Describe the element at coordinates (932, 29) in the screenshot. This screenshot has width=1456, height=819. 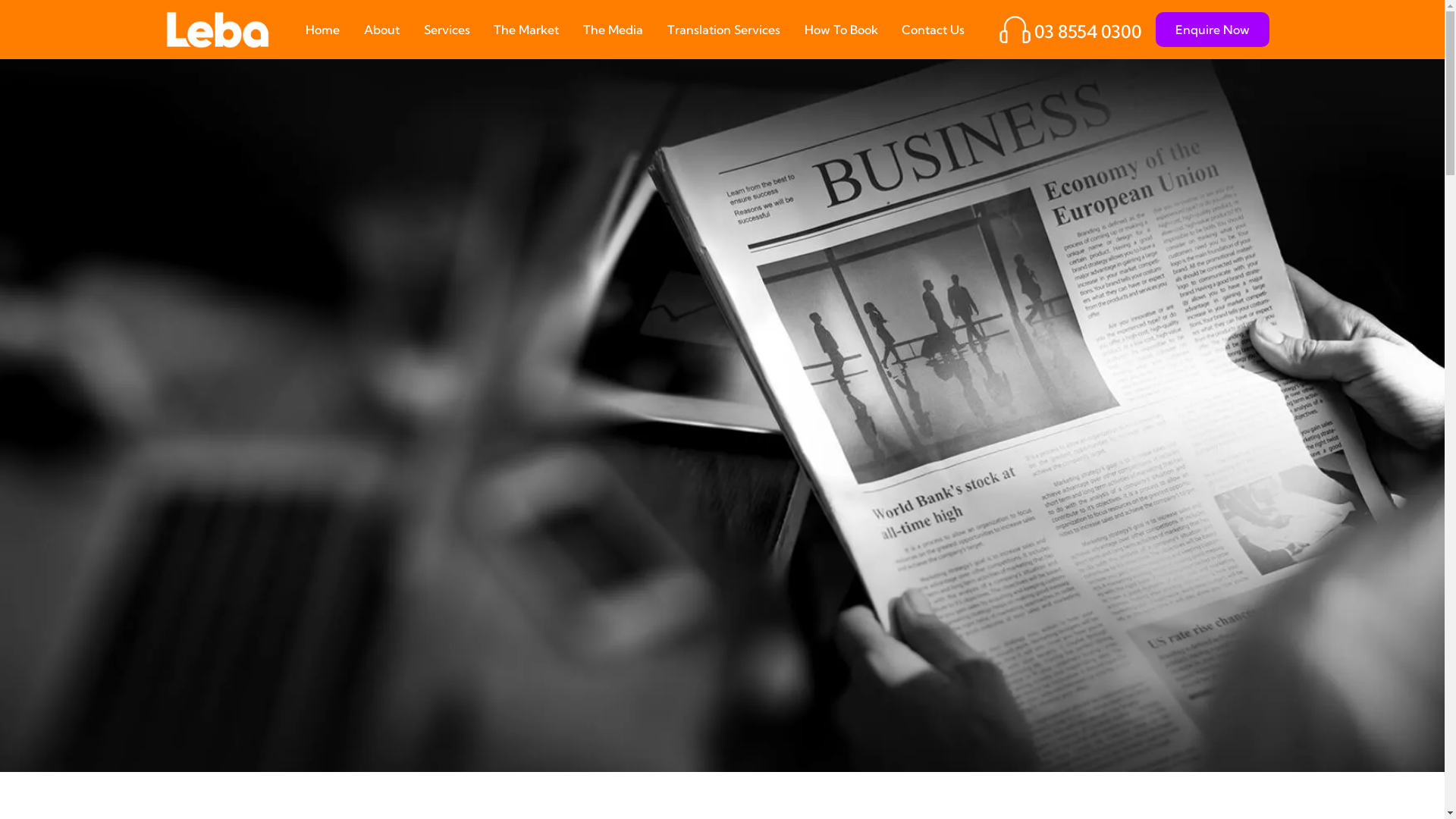
I see `'Contact Us'` at that location.